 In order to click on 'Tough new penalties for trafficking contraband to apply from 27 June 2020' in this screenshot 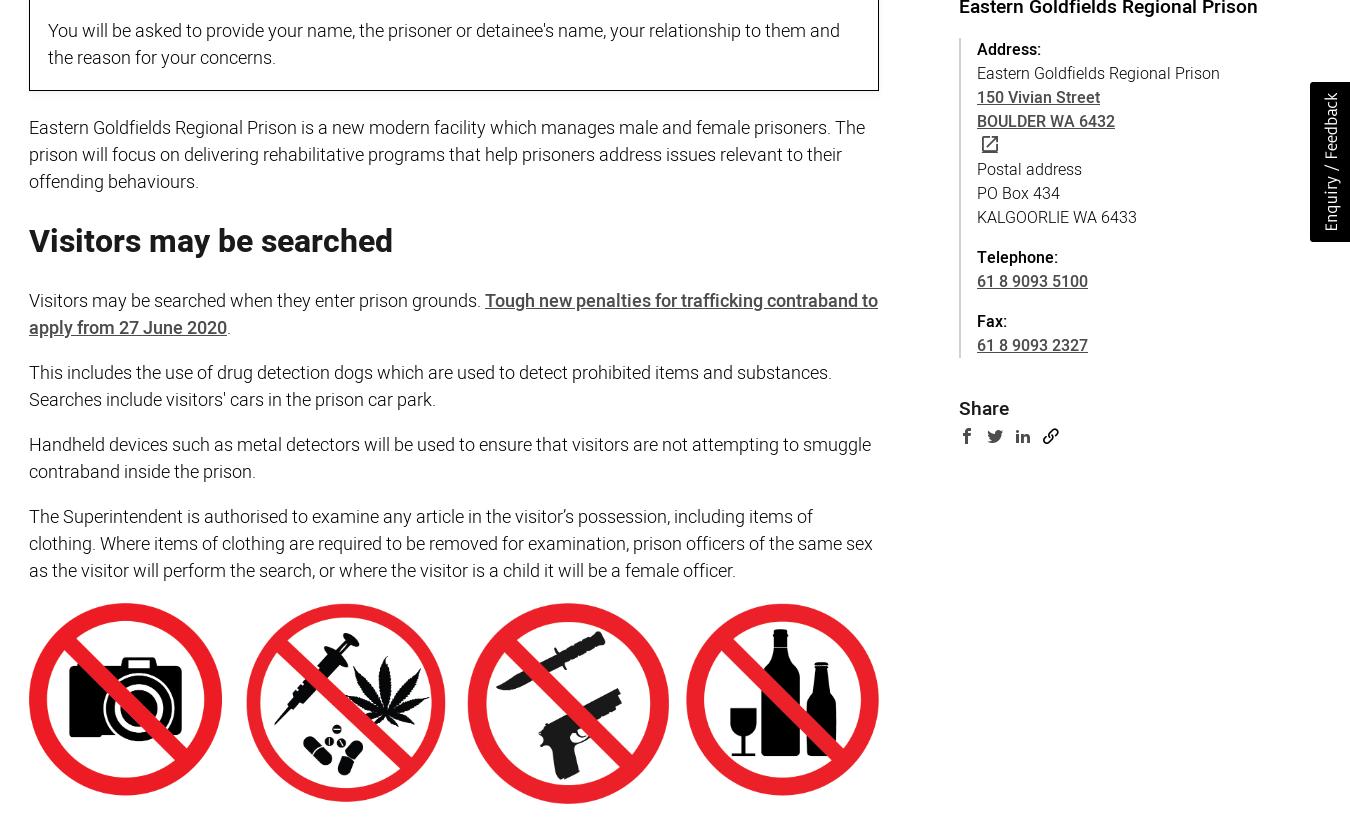, I will do `click(452, 312)`.